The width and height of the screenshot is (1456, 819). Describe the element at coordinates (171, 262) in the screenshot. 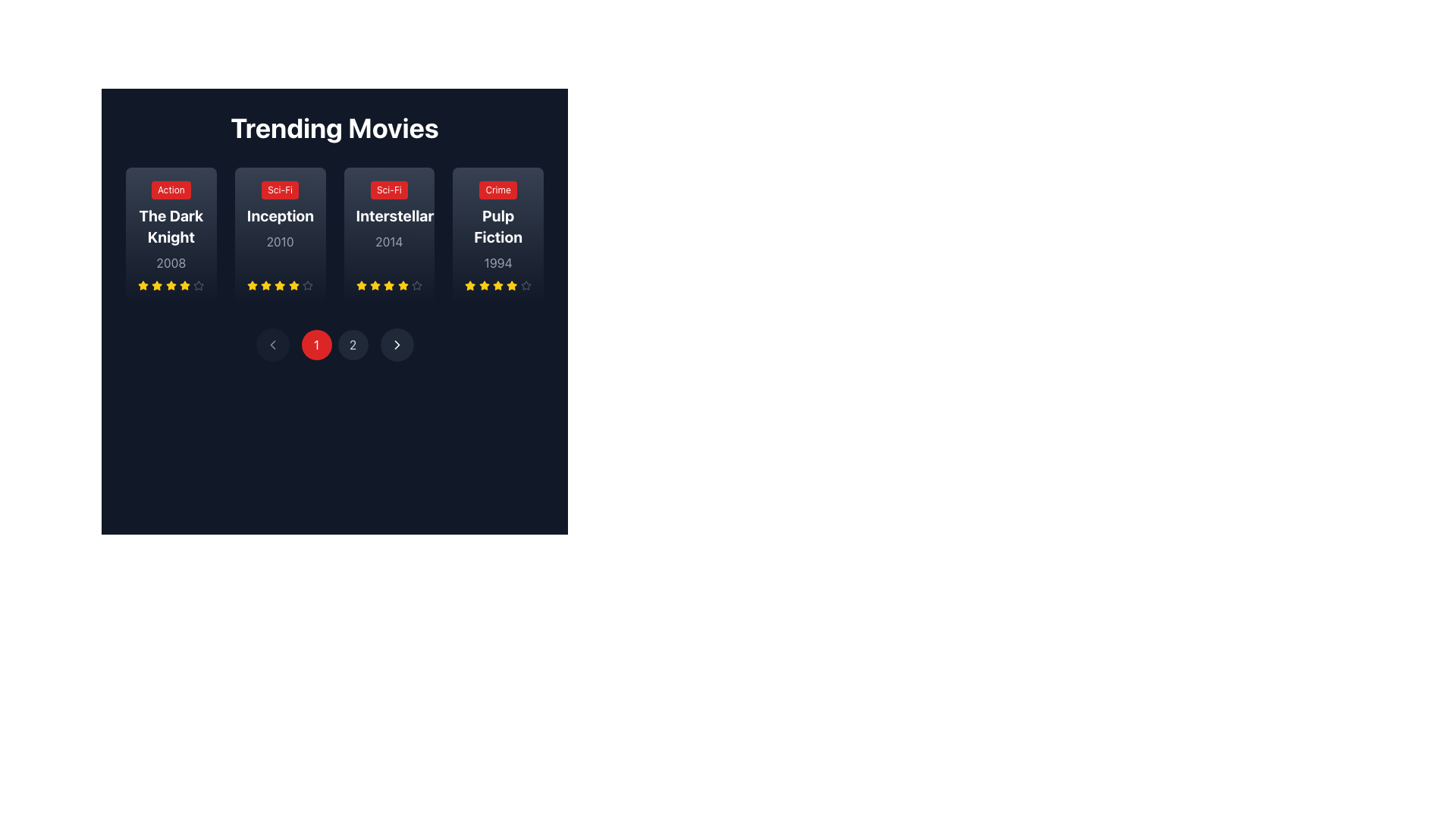

I see `the text label indicating the release year of the movie 'The Dark Knight', which is positioned below the title and above the star rating system in the first movie card` at that location.